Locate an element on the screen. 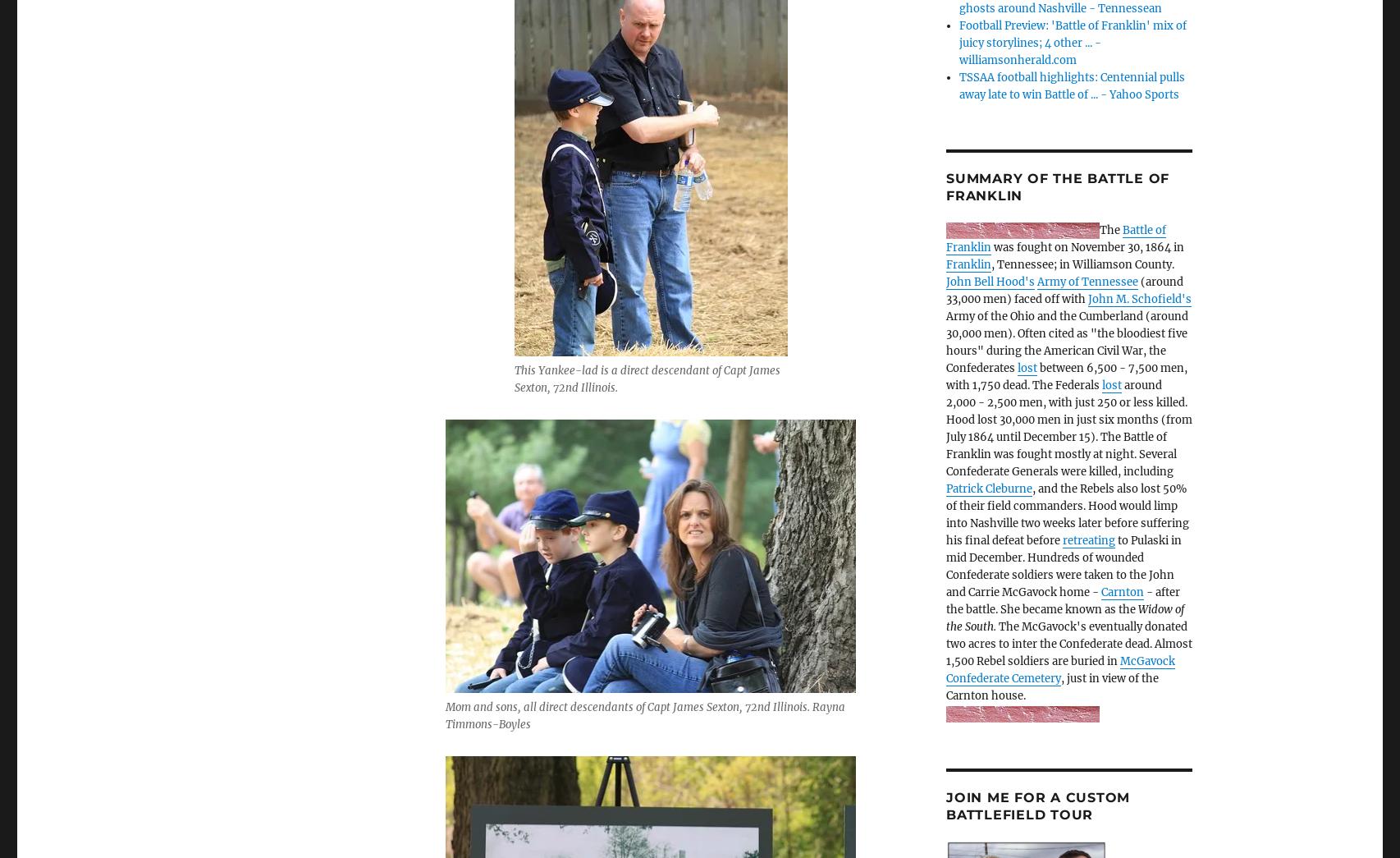 The width and height of the screenshot is (1400, 858). 'around 2,000 - 2,500 men, with just 250 or less killed. Hood lost 30,000 men in just six months (from July 1864 until December 15). The Battle of Franklin was fought mostly at night.  Several Confederate Generals were killed, including' is located at coordinates (1068, 427).